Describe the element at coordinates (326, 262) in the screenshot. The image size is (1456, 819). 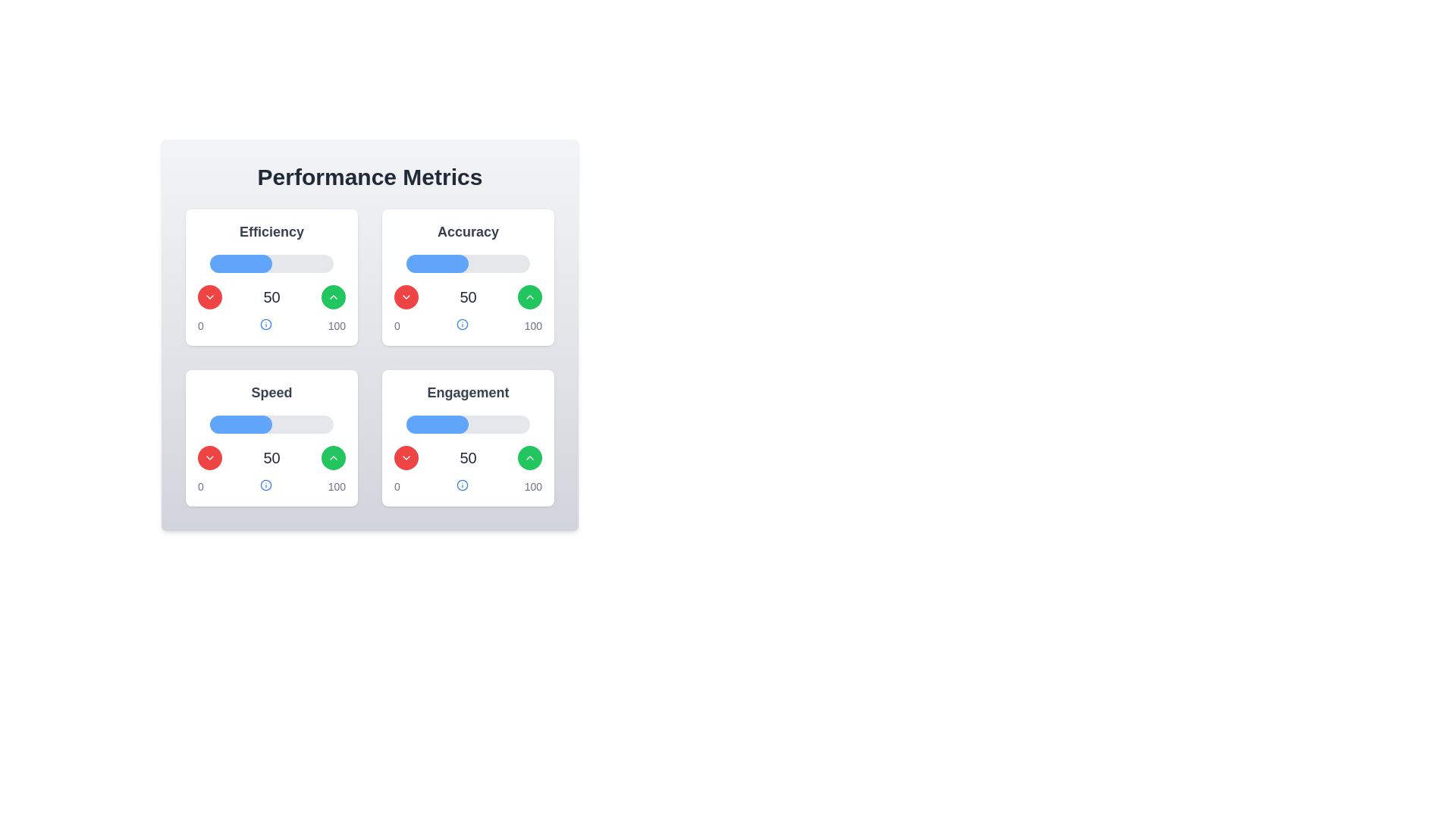
I see `the efficiency value` at that location.